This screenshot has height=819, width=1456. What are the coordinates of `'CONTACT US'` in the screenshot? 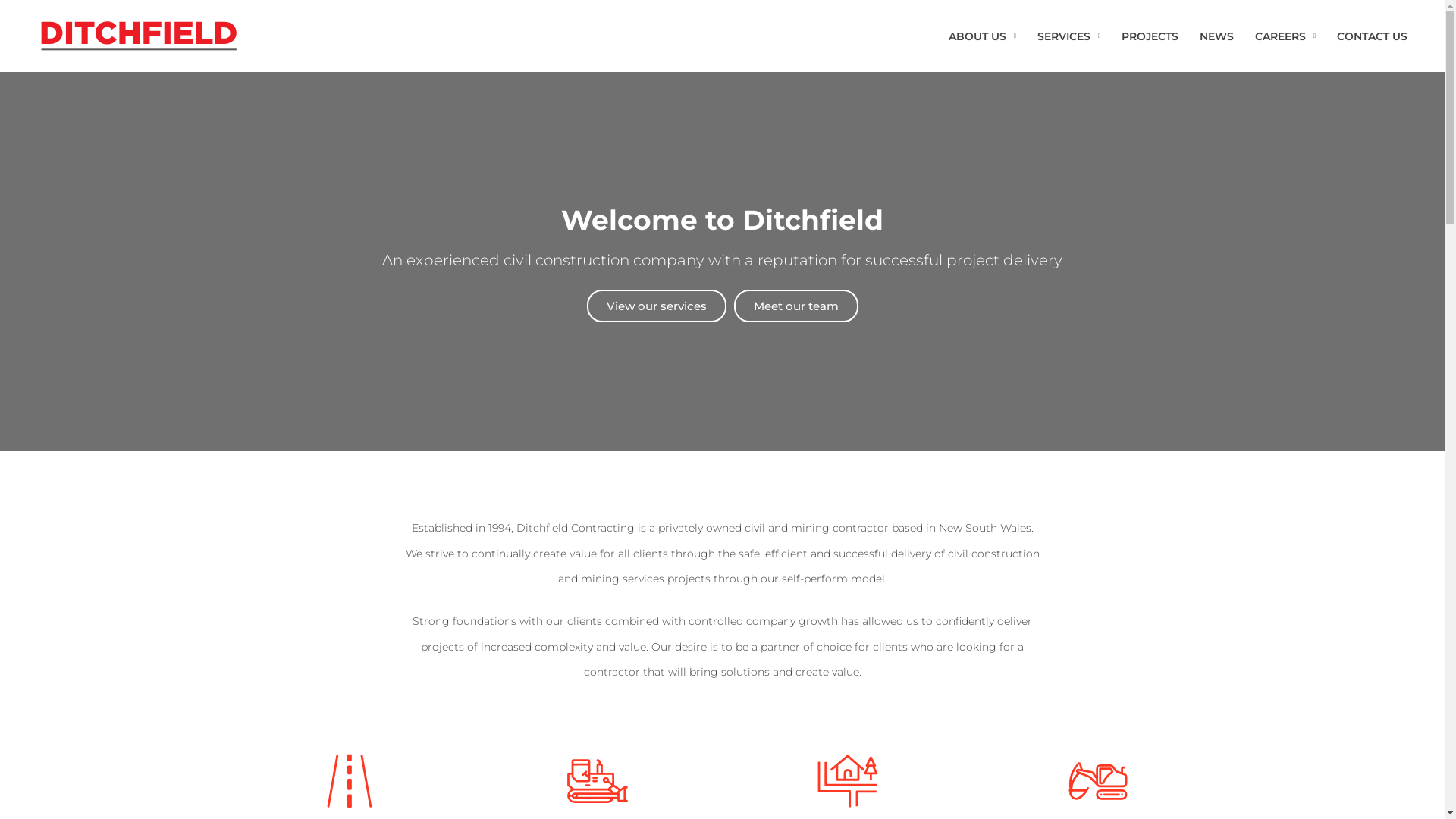 It's located at (1372, 35).